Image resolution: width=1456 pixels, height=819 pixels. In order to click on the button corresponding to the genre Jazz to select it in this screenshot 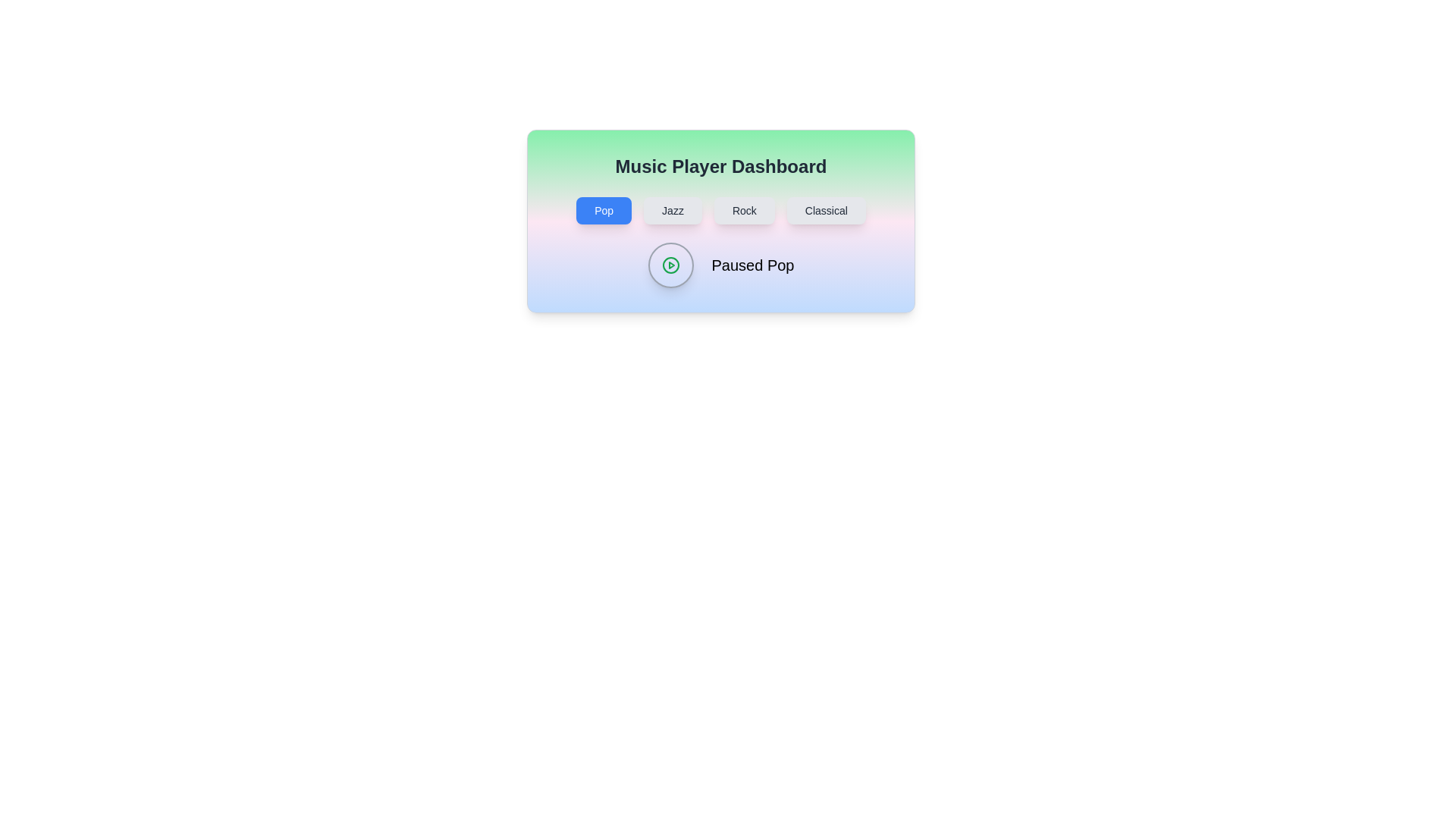, I will do `click(672, 210)`.